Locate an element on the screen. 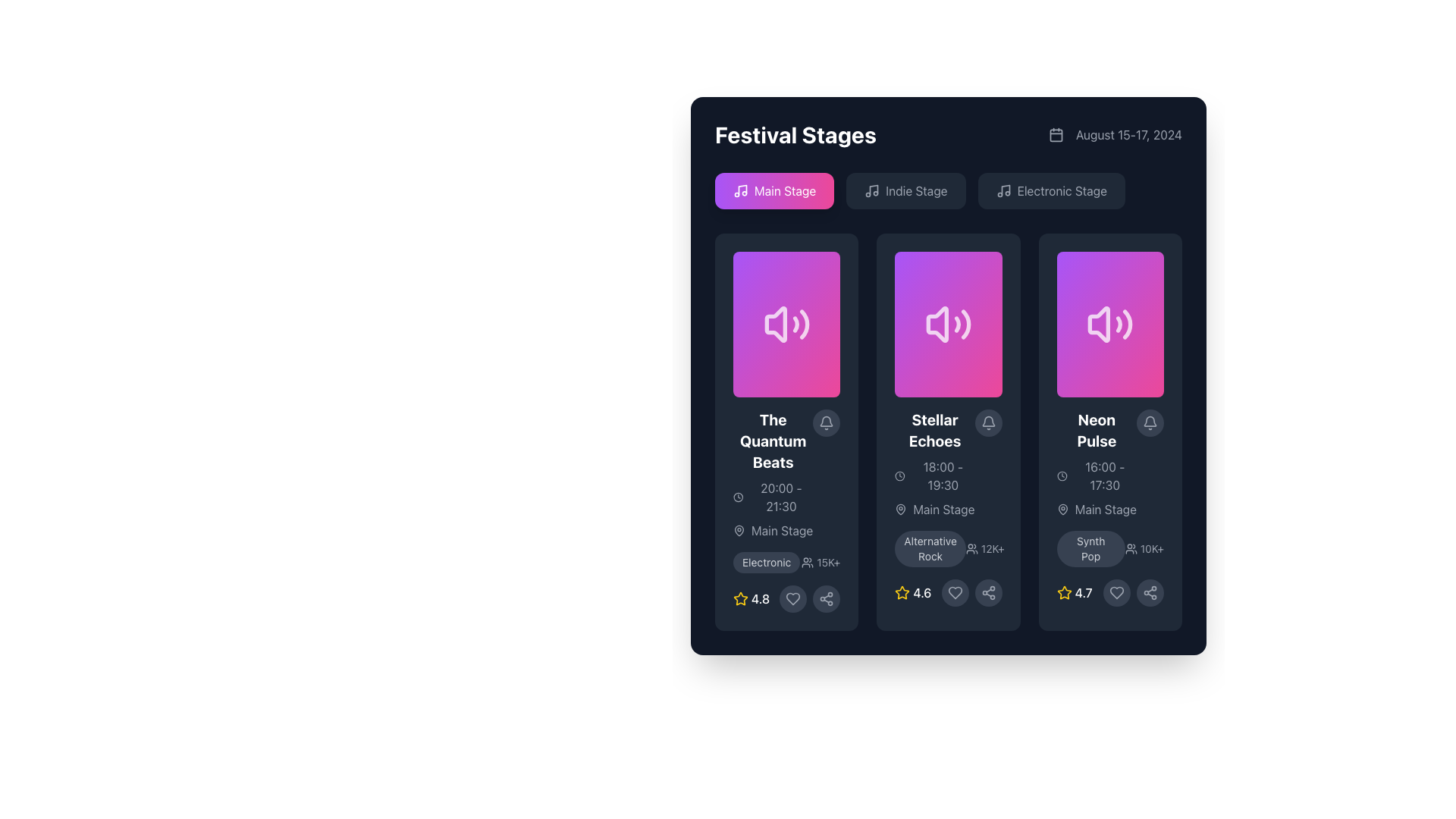 This screenshot has width=1456, height=819. the sound or volume icon located centrally within 'The Quantum Beats' card, which is the leftmost card in a group of three cards is located at coordinates (786, 324).